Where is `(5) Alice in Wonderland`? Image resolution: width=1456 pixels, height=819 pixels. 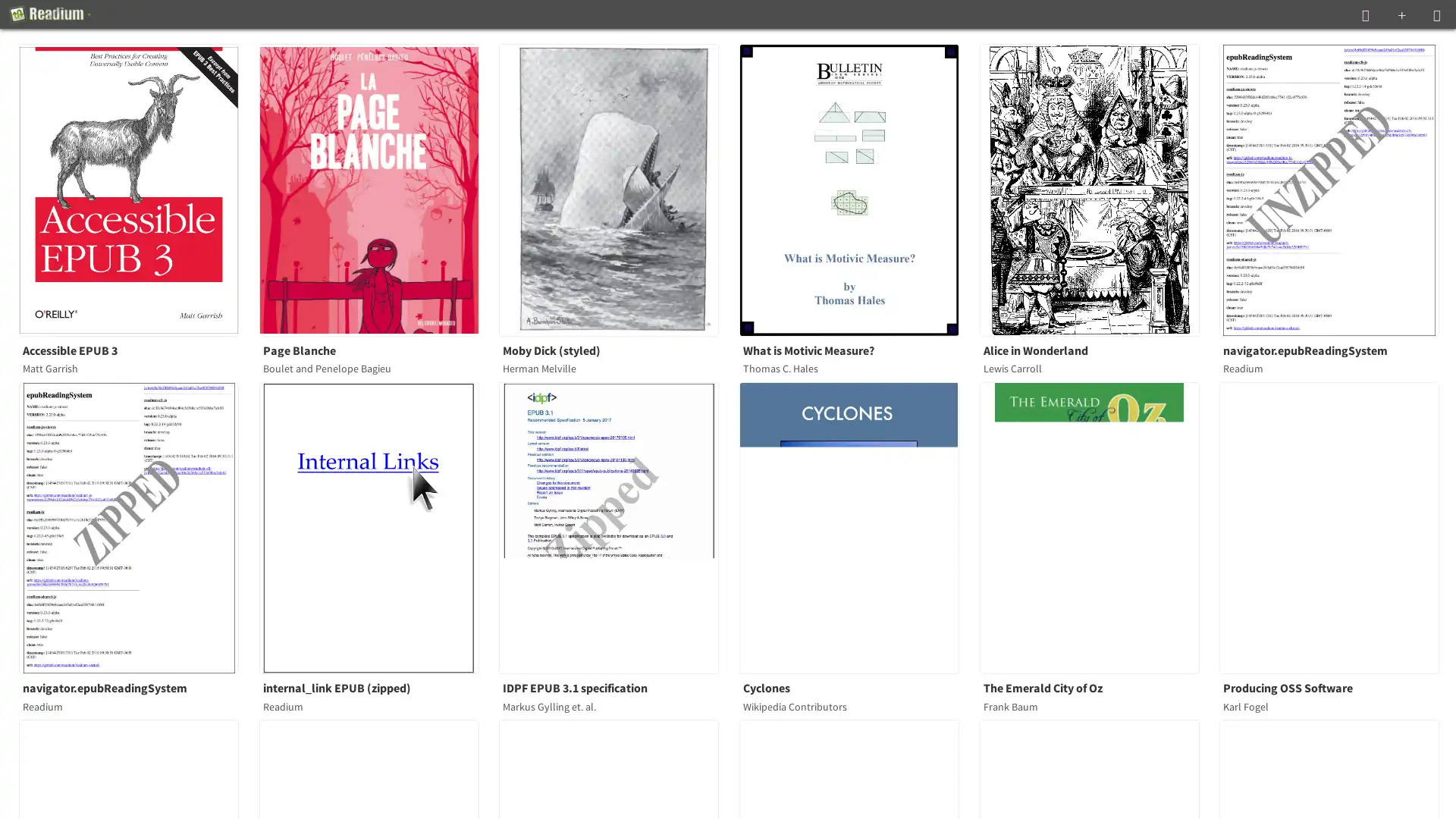 (5) Alice in Wonderland is located at coordinates (1098, 189).